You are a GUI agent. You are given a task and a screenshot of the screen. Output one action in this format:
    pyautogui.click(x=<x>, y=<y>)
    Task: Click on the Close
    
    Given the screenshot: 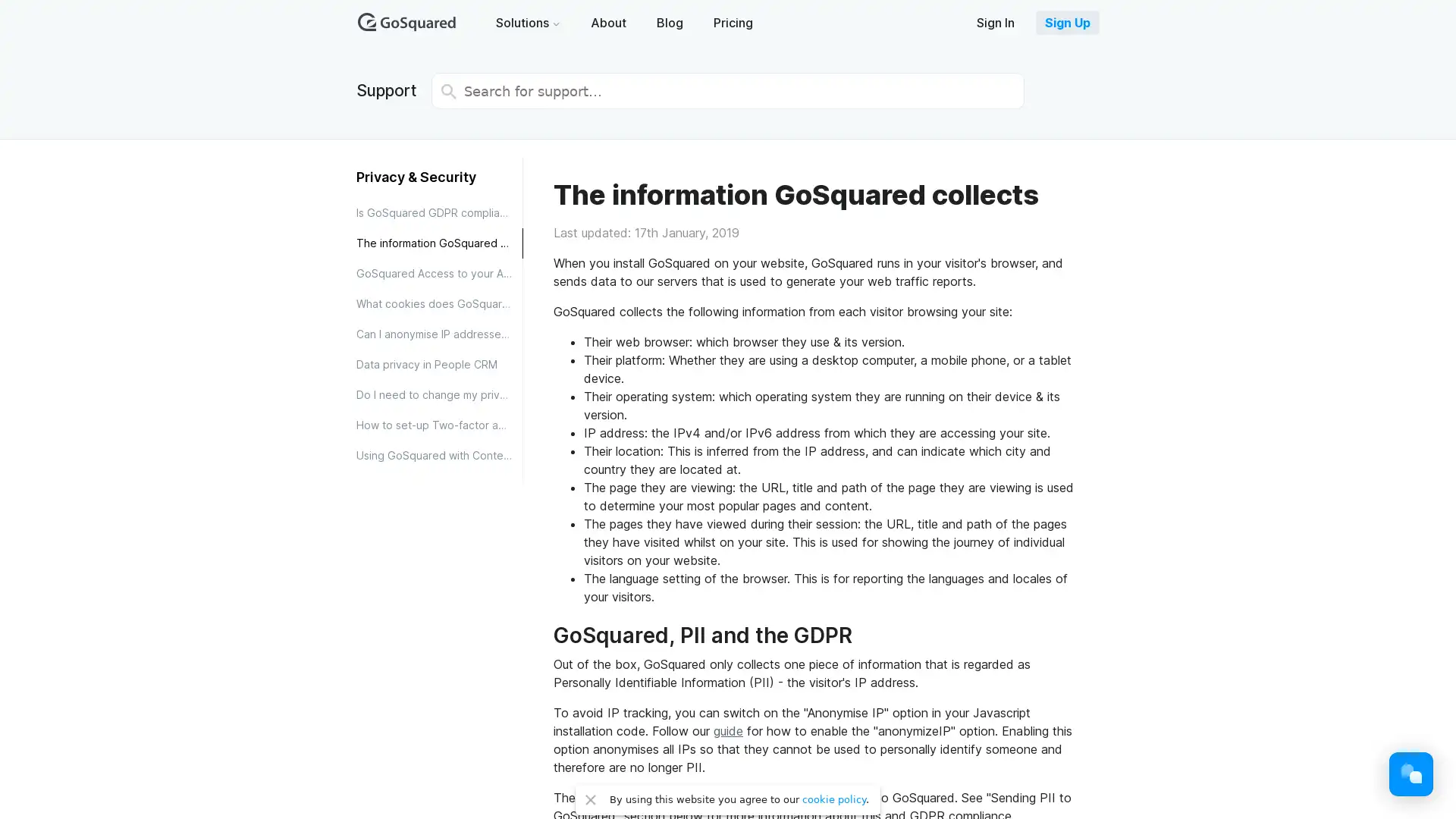 What is the action you would take?
    pyautogui.click(x=589, y=799)
    